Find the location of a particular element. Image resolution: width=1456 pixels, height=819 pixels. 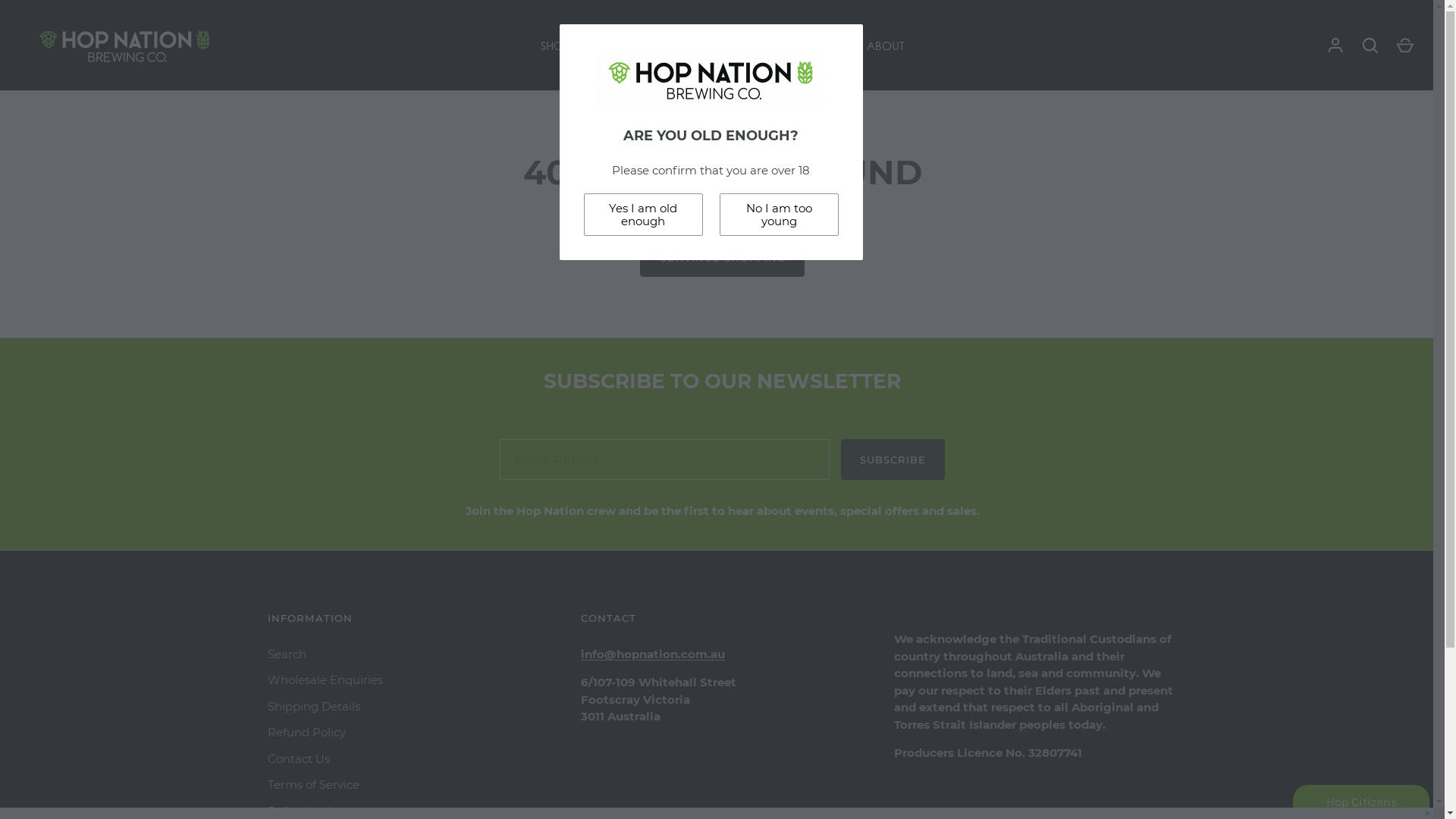

'SUBSCRIBE' is located at coordinates (893, 458).